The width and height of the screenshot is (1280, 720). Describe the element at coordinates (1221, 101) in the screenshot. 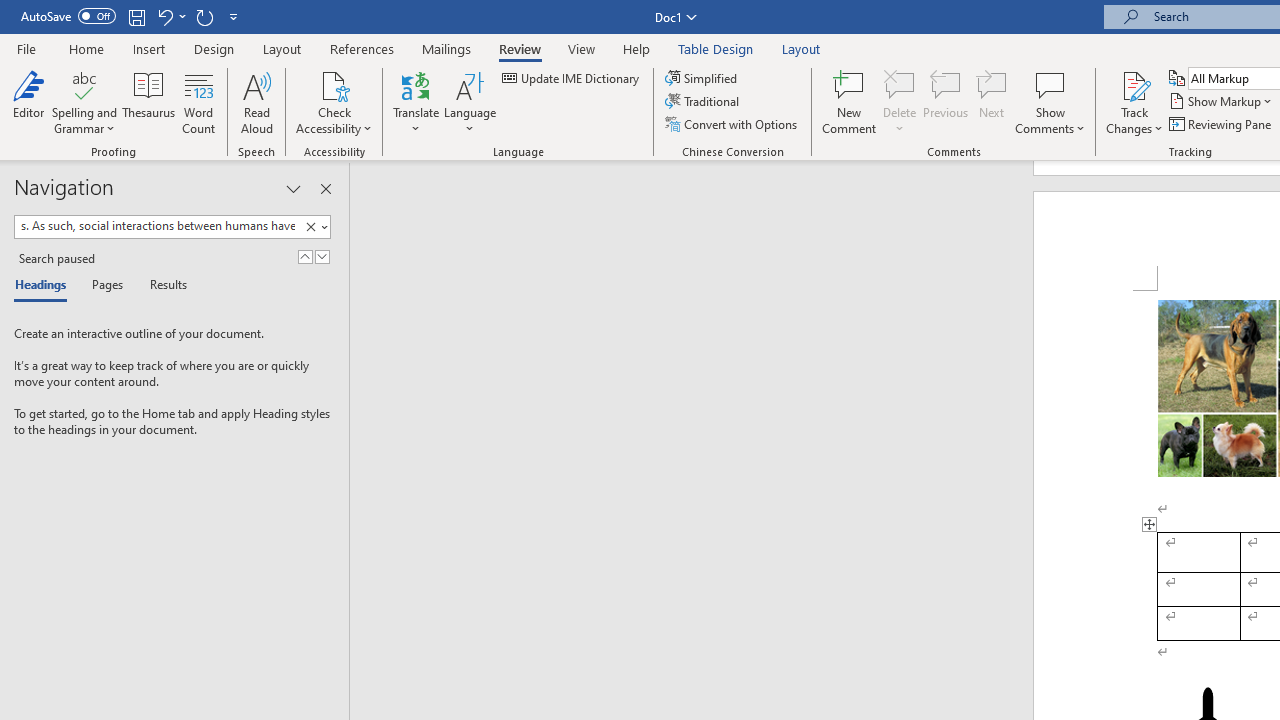

I see `'Show Markup'` at that location.